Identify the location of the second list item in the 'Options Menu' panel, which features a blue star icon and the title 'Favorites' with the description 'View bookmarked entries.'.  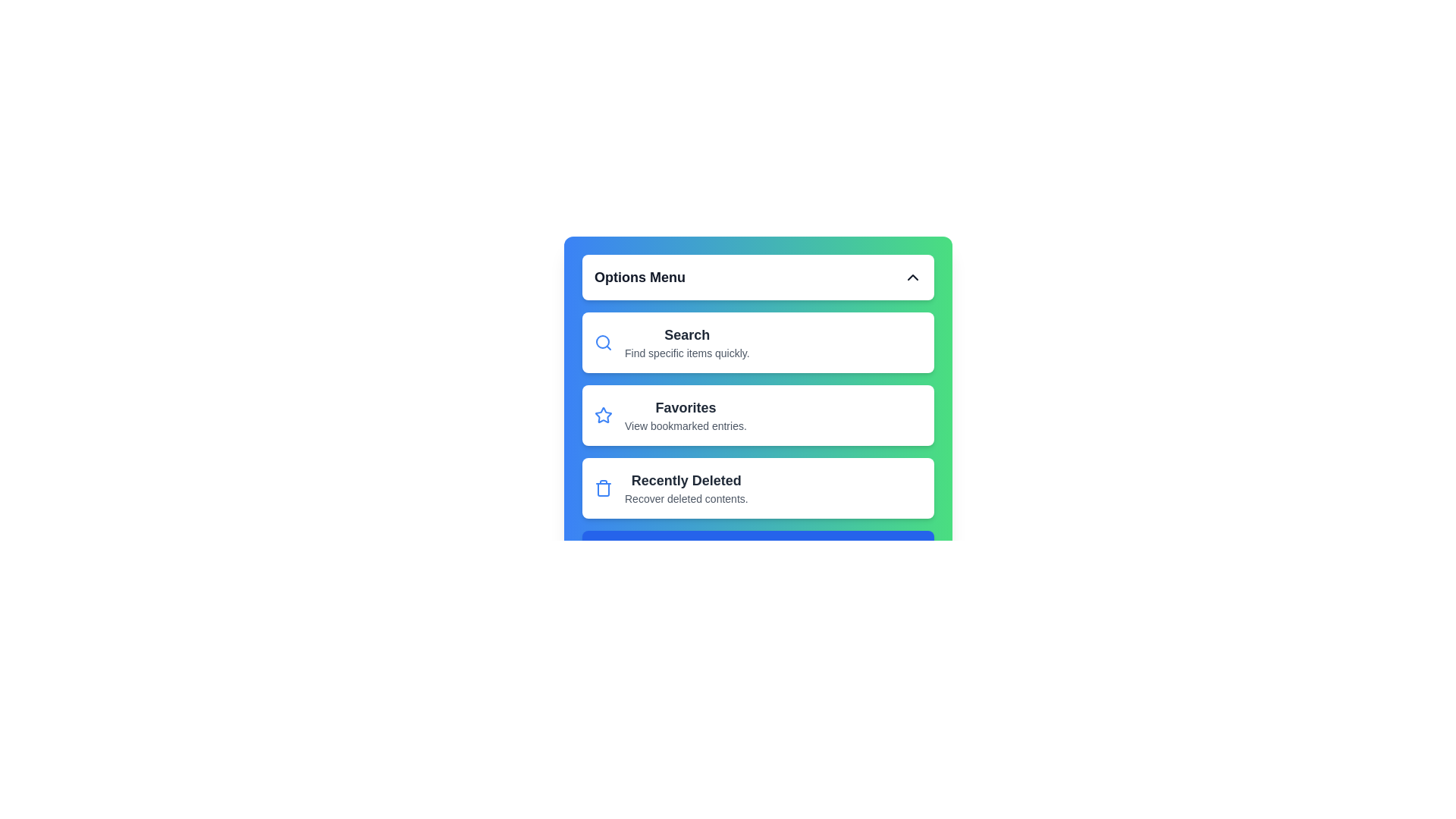
(758, 442).